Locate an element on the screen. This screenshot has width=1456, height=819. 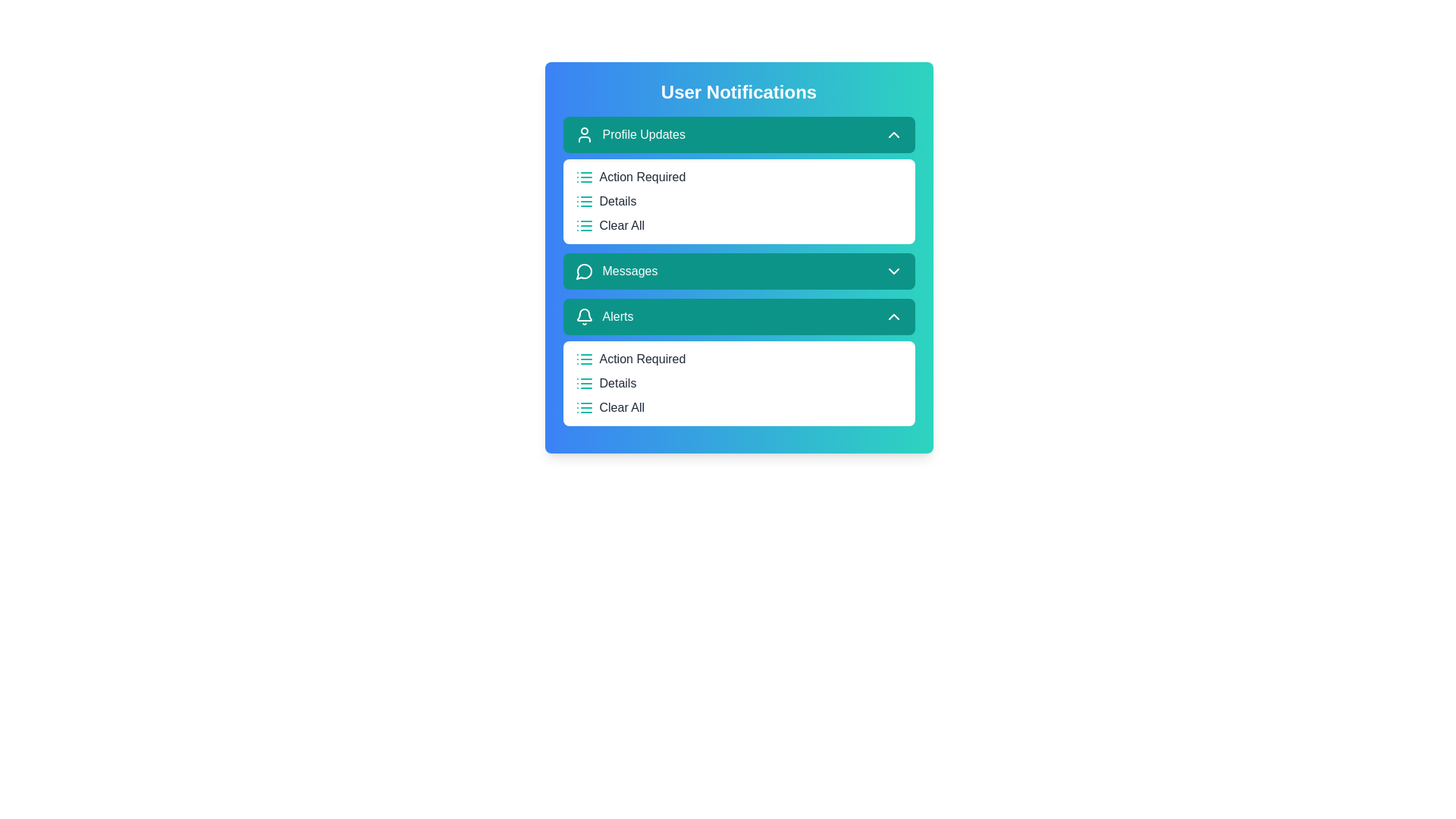
the icon associated with the 'Profile Updates' section is located at coordinates (583, 133).